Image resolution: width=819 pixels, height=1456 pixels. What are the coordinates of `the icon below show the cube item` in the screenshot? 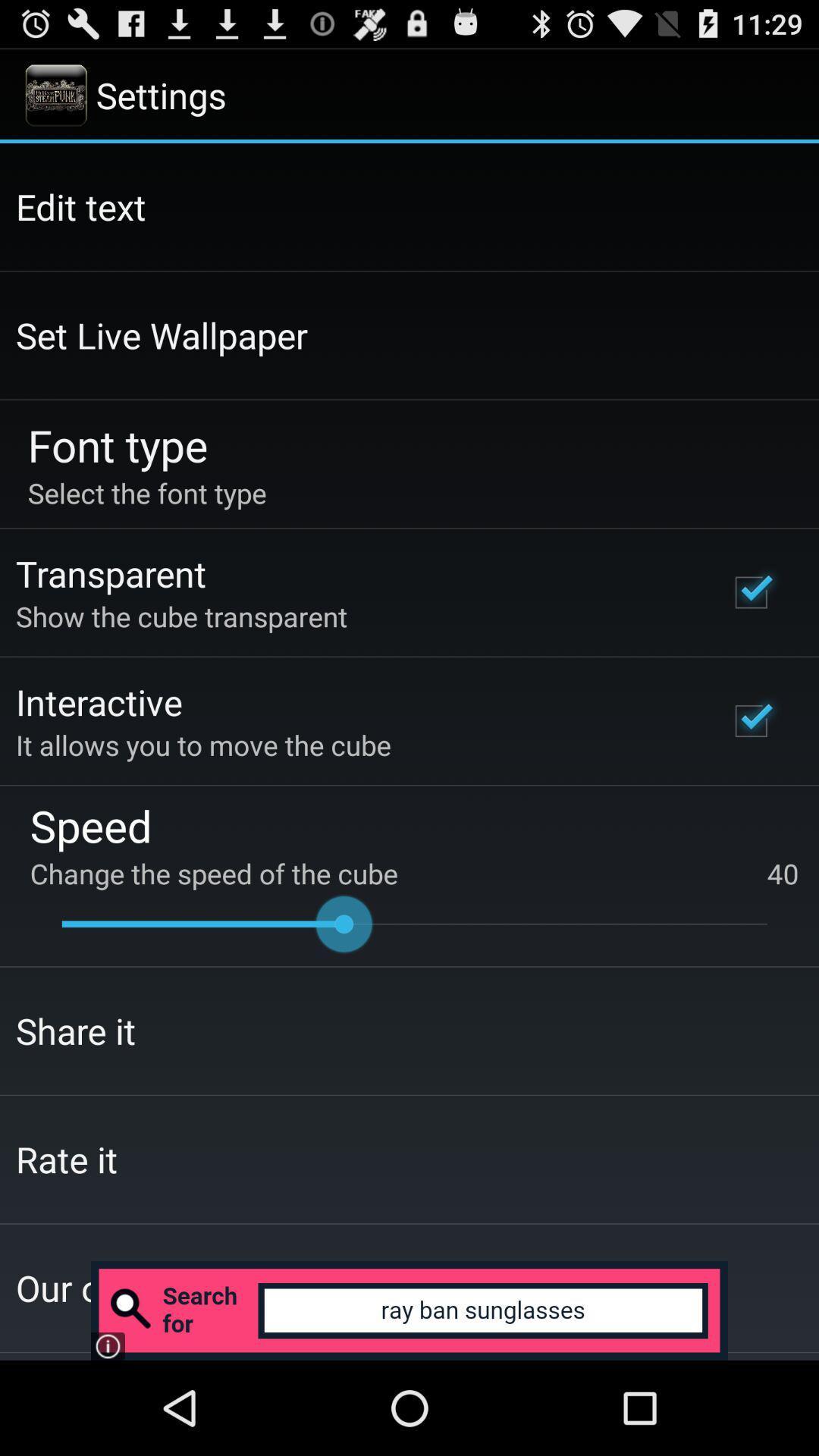 It's located at (99, 701).